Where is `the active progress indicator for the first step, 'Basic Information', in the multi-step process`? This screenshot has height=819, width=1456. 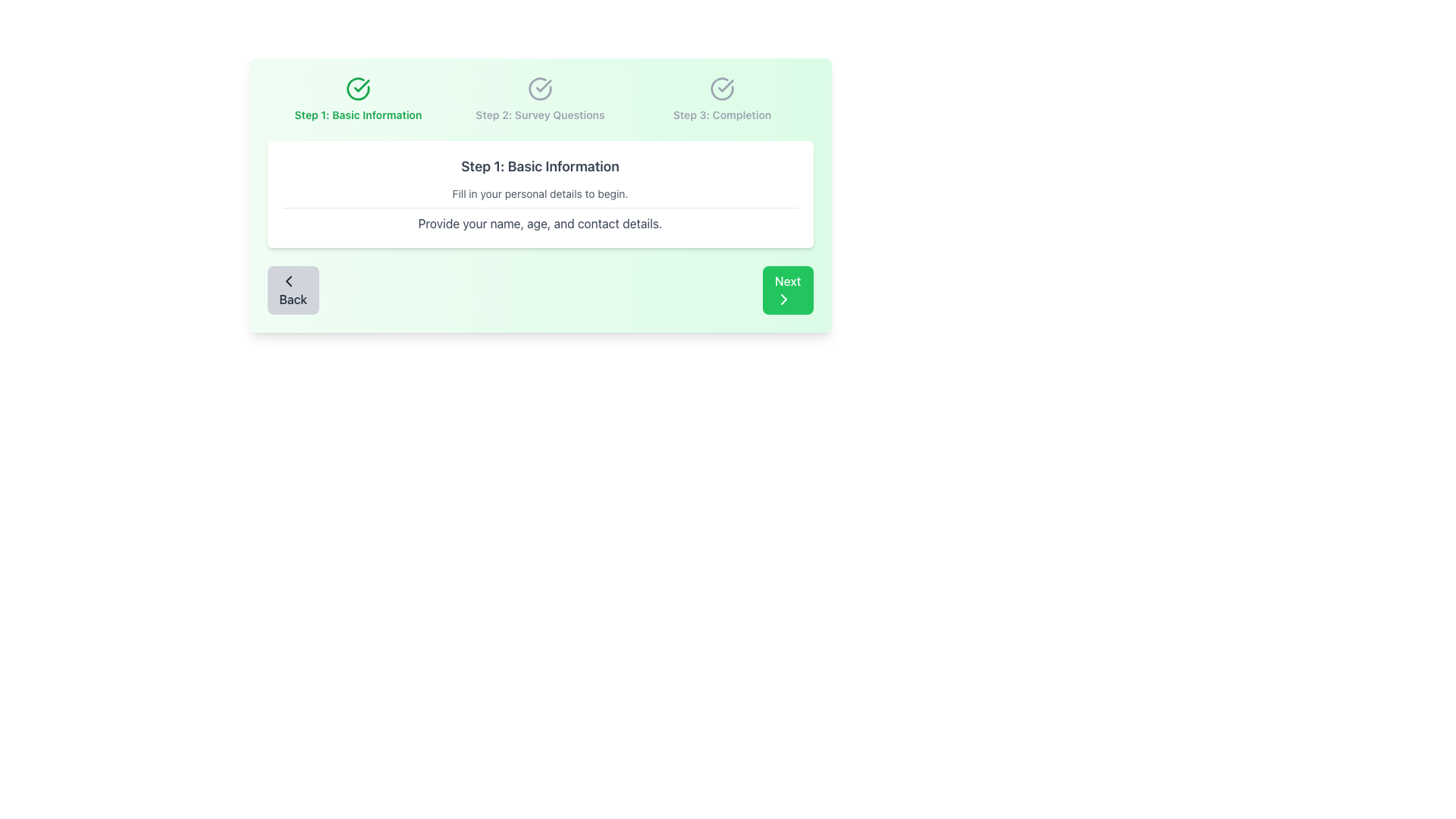
the active progress indicator for the first step, 'Basic Information', in the multi-step process is located at coordinates (357, 99).